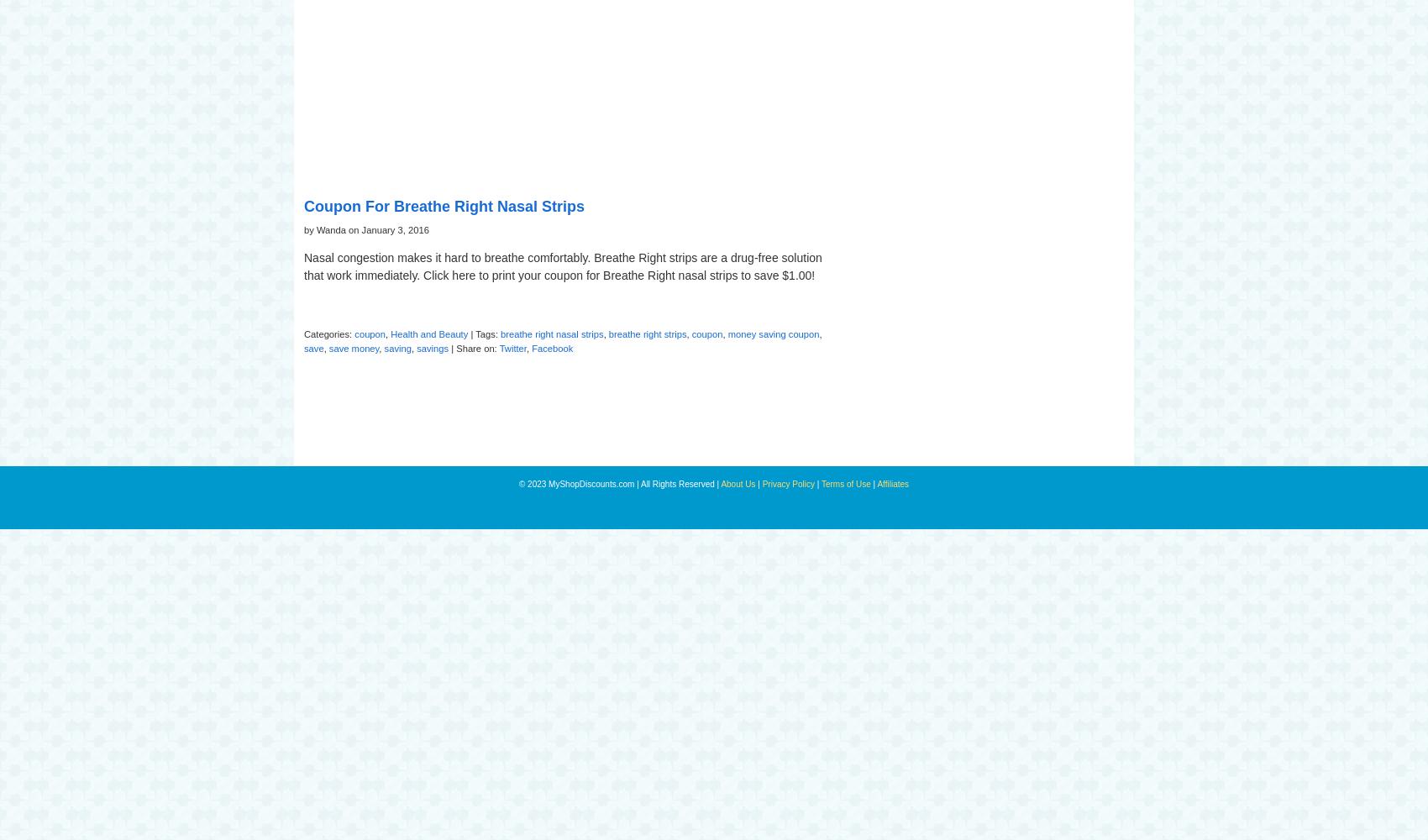 This screenshot has height=840, width=1428. Describe the element at coordinates (788, 482) in the screenshot. I see `'Privacy Policy'` at that location.